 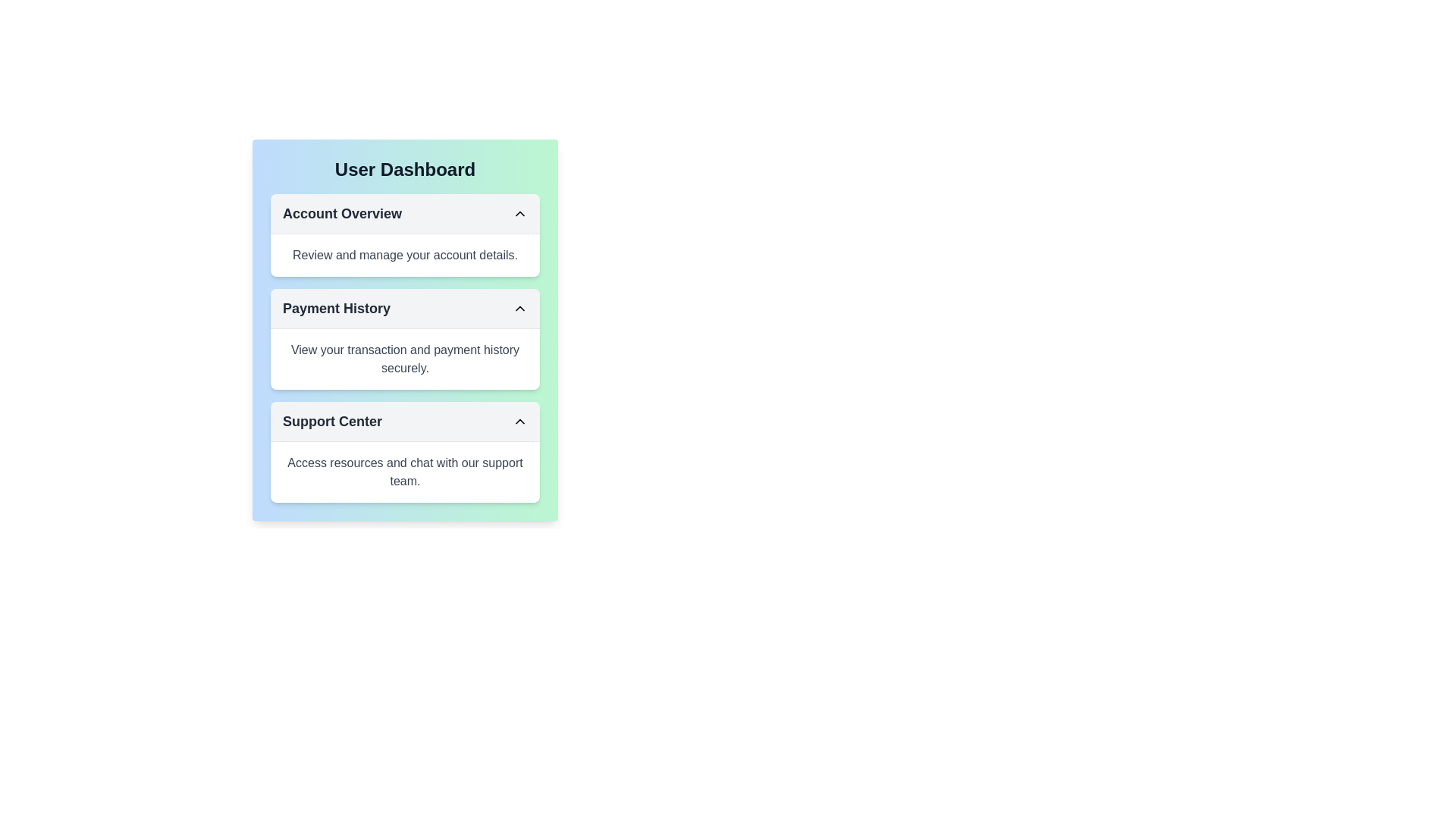 What do you see at coordinates (405, 359) in the screenshot?
I see `the static text element that states, 'View your transaction and payment history securely.' It is located in the 'Payment History' section of the User Dashboard, centered below the section title 'Payment History.'` at bounding box center [405, 359].